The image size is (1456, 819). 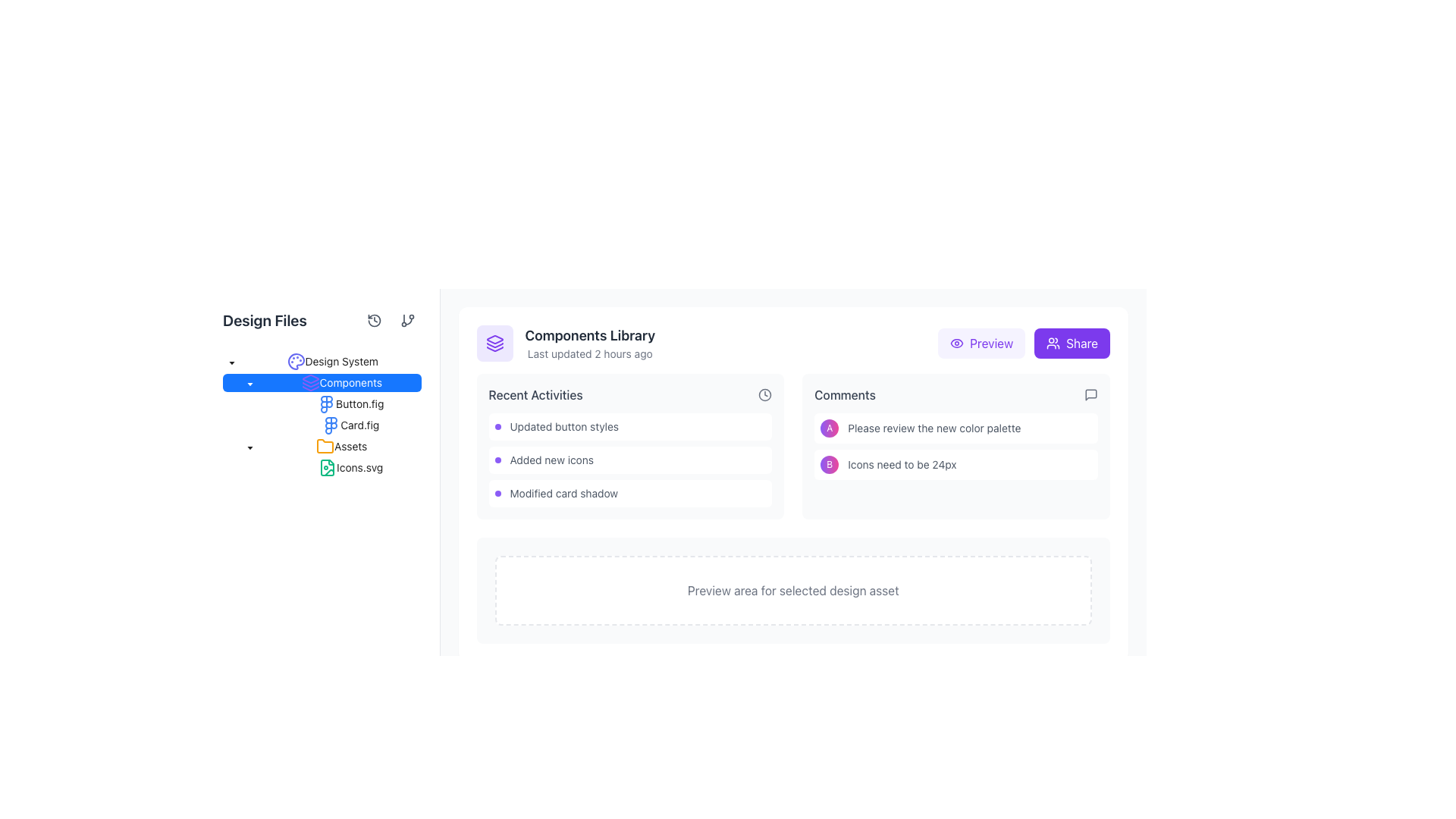 I want to click on the icon representing the 'Components Library' section, which is positioned to the left of the text 'Components Library', so click(x=494, y=343).